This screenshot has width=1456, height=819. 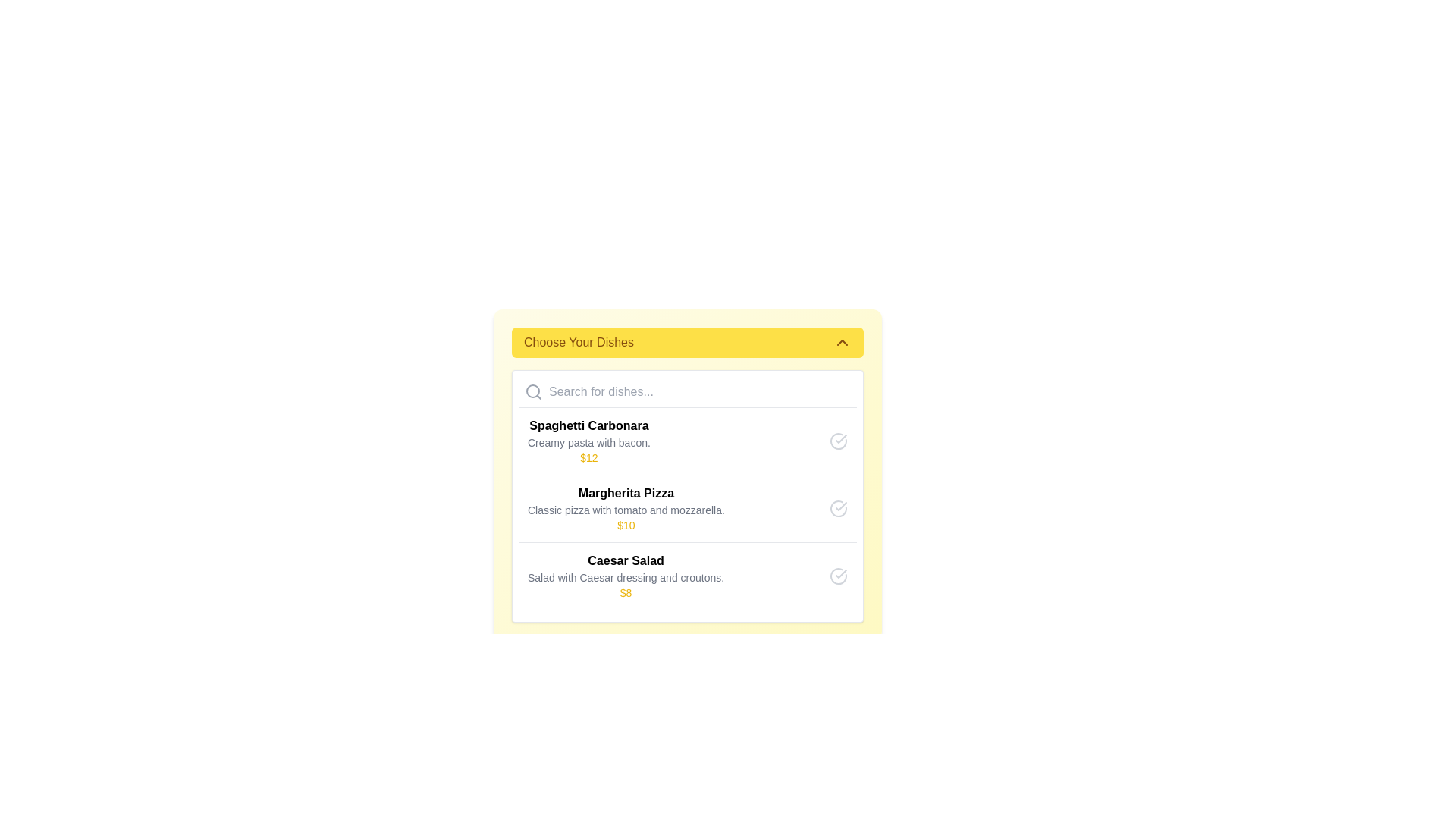 What do you see at coordinates (687, 441) in the screenshot?
I see `the first selectable dish entry in the menu under the 'Choose Your Dishes' section` at bounding box center [687, 441].